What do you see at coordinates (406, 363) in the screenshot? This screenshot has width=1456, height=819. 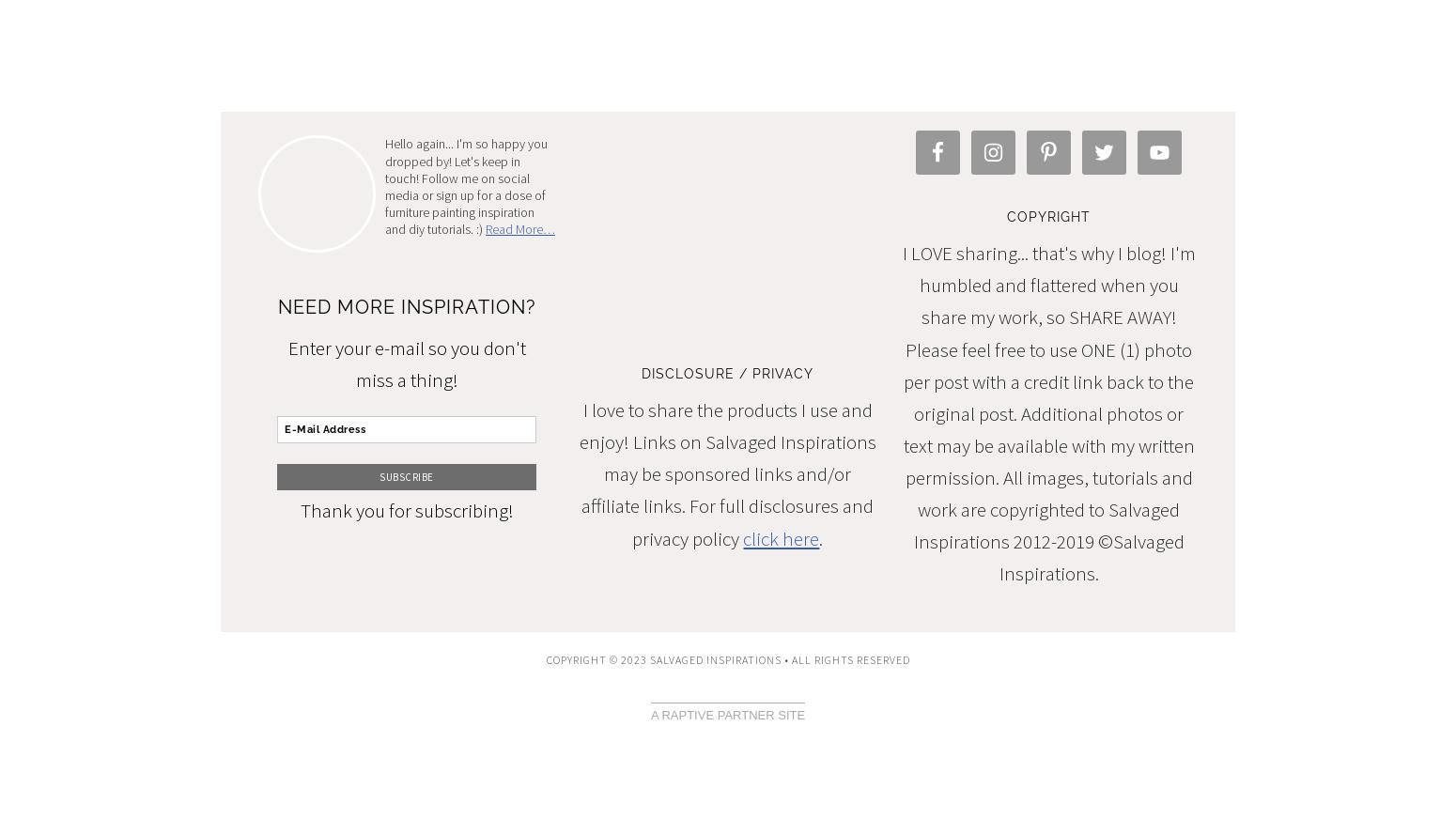 I see `'Enter your e-mail so you don't miss a thing!'` at bounding box center [406, 363].